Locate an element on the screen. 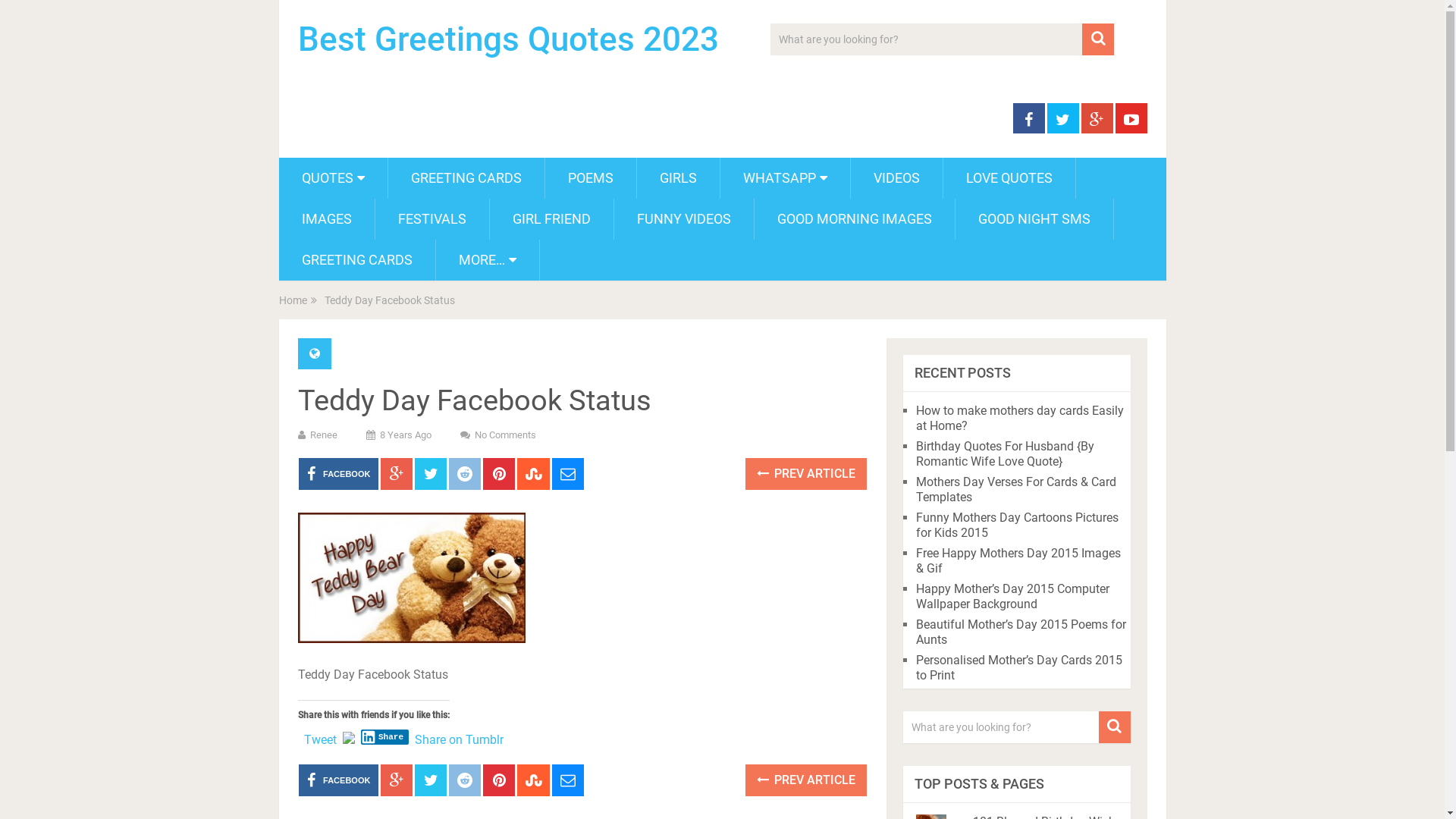  'How to make mothers day cards Easily at Home?' is located at coordinates (1019, 418).